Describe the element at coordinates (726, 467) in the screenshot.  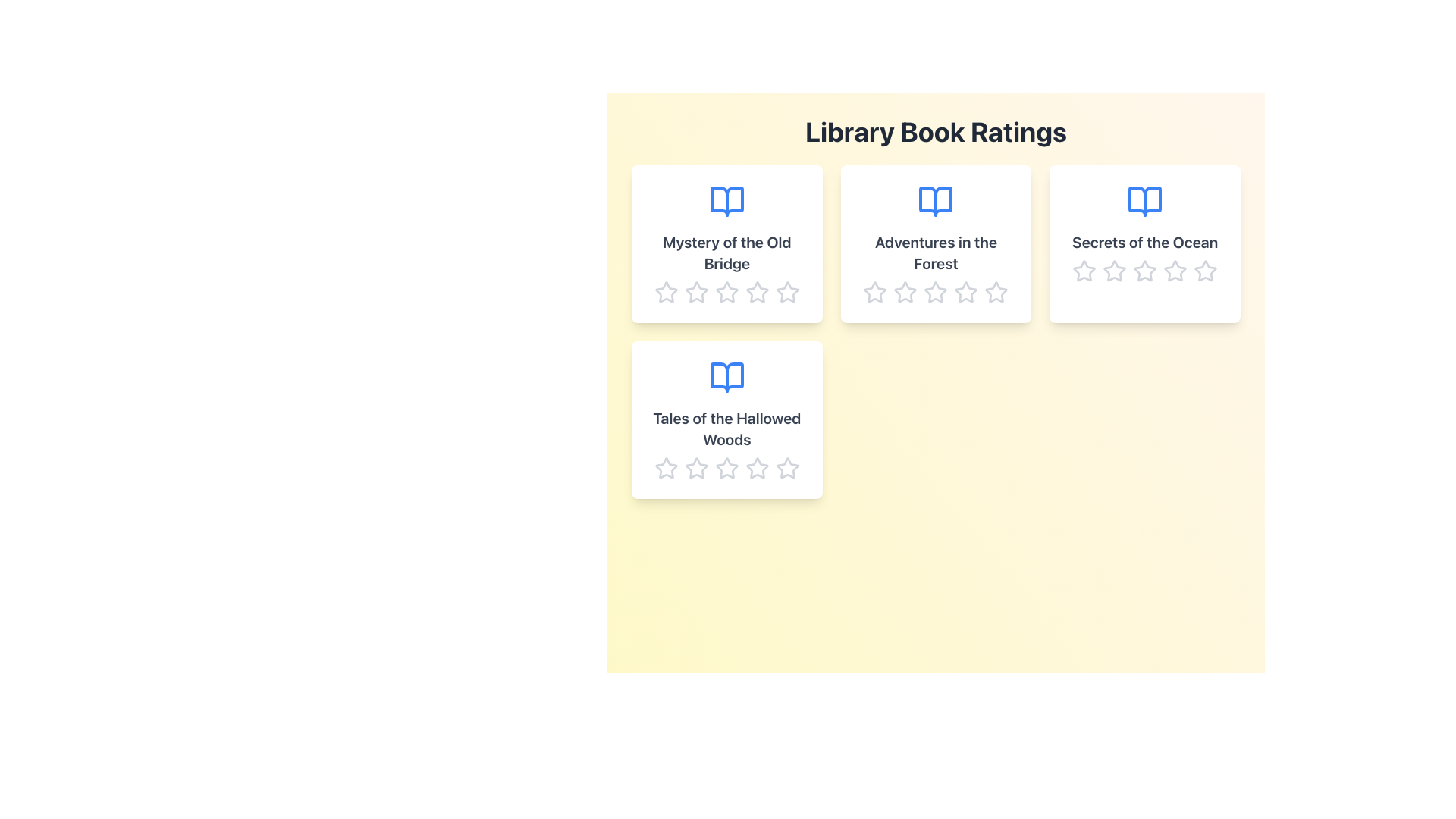
I see `the second star from the left in the rating section of the card labeled 'Tales of the Hallowed Woods'` at that location.